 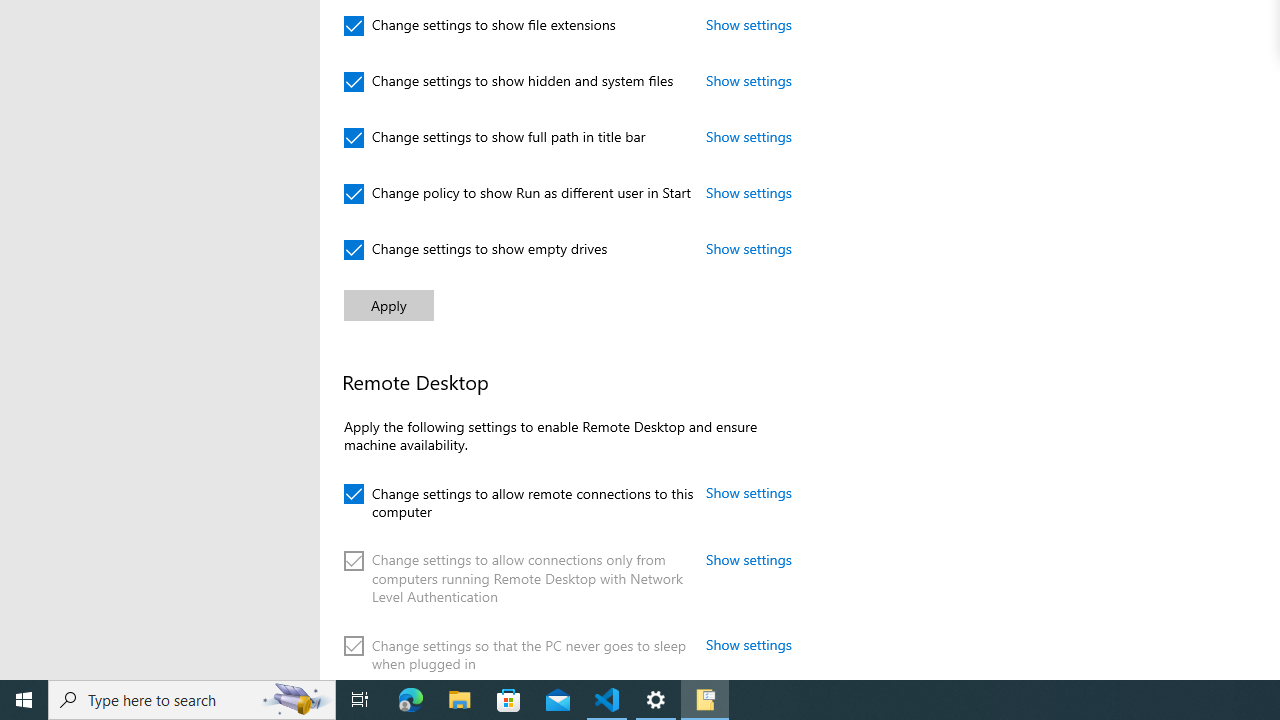 What do you see at coordinates (509, 698) in the screenshot?
I see `'Microsoft Store'` at bounding box center [509, 698].